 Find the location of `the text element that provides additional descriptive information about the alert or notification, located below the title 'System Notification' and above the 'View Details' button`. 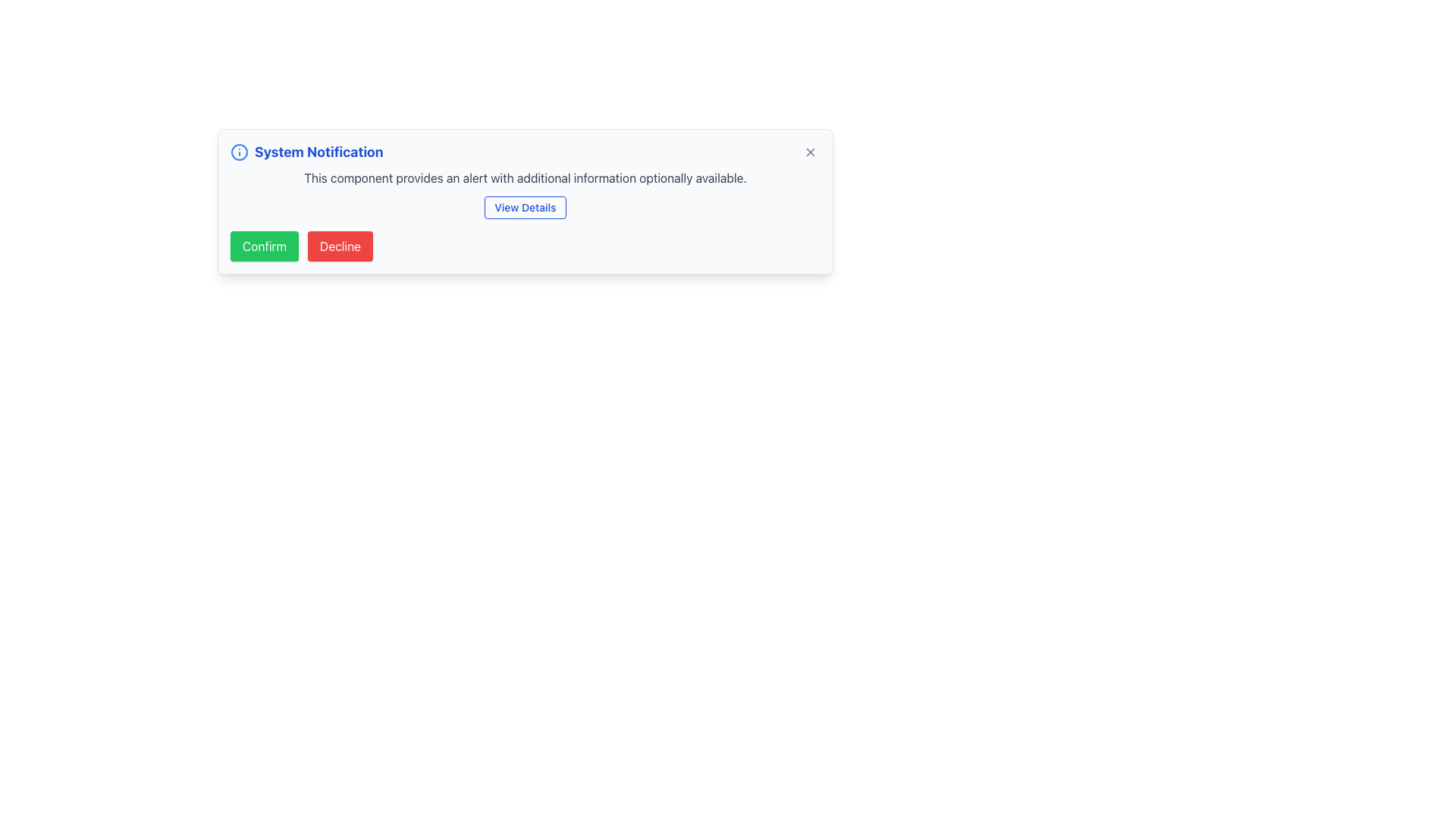

the text element that provides additional descriptive information about the alert or notification, located below the title 'System Notification' and above the 'View Details' button is located at coordinates (525, 177).